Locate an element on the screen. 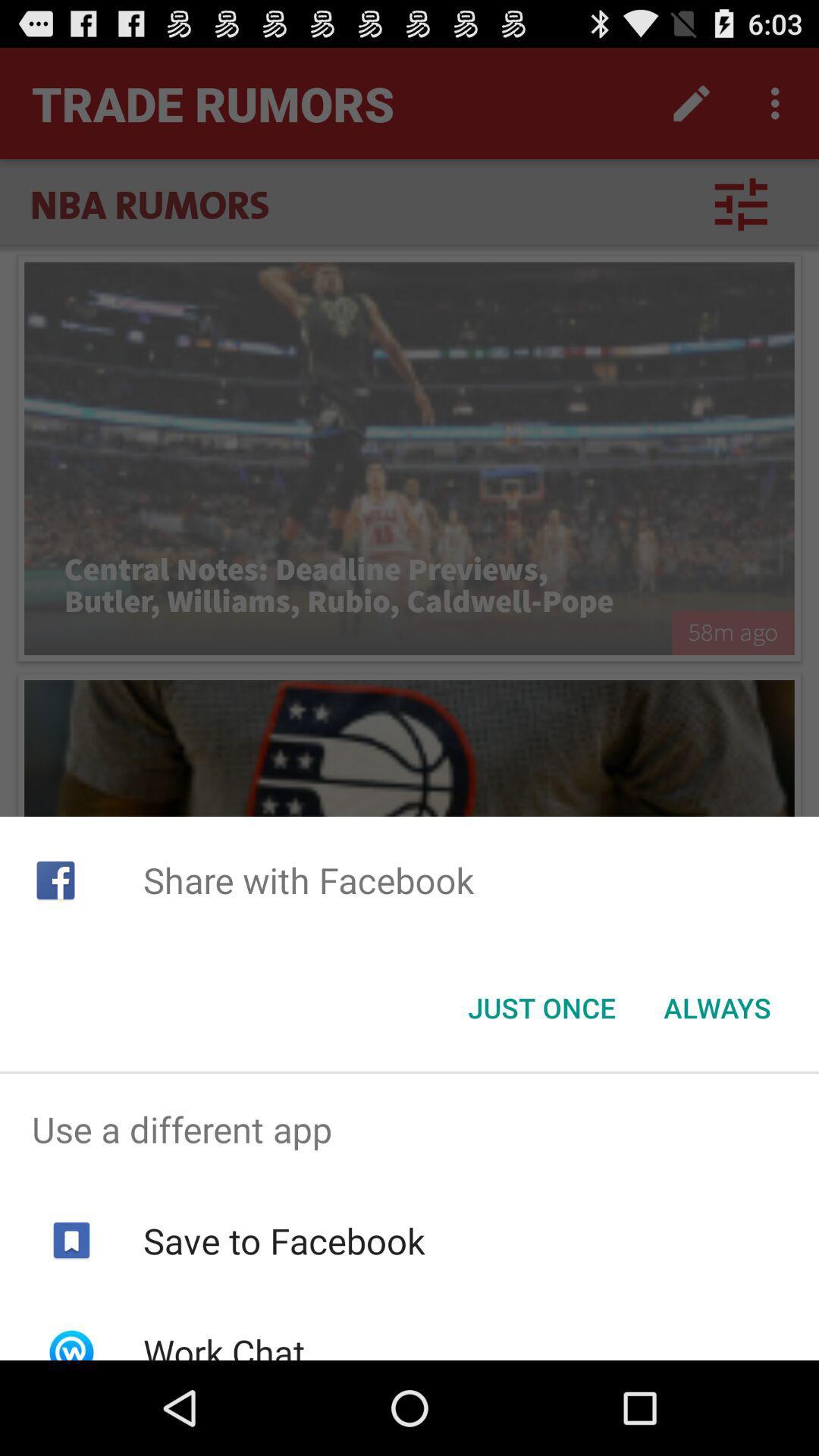 The height and width of the screenshot is (1456, 819). the icon below use a different app is located at coordinates (284, 1241).